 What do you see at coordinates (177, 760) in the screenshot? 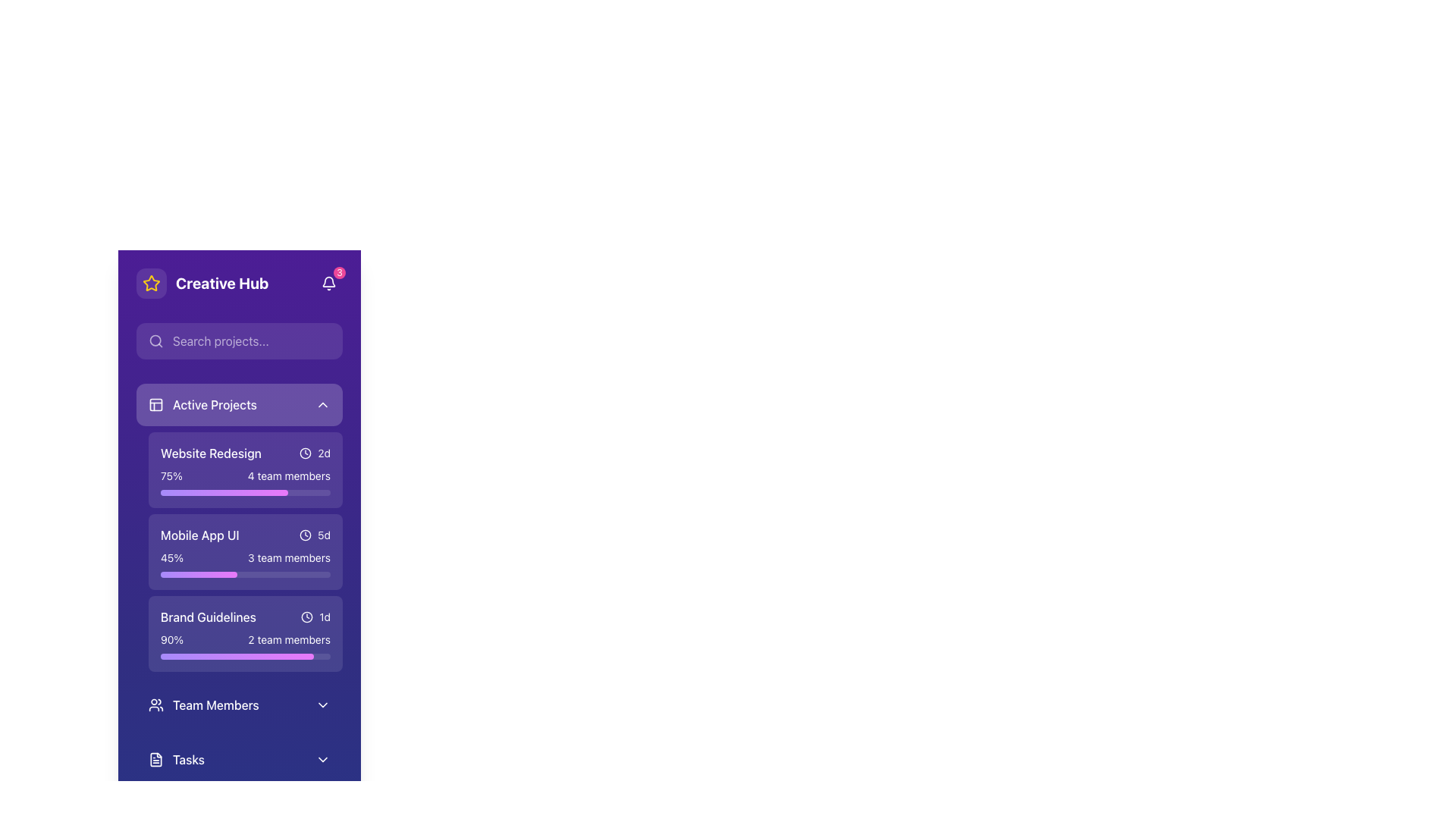
I see `the 'Tasks' button located at the bottom-left section of the interface, below the 'Team Members' entry, to prepare for keyboard interaction` at bounding box center [177, 760].